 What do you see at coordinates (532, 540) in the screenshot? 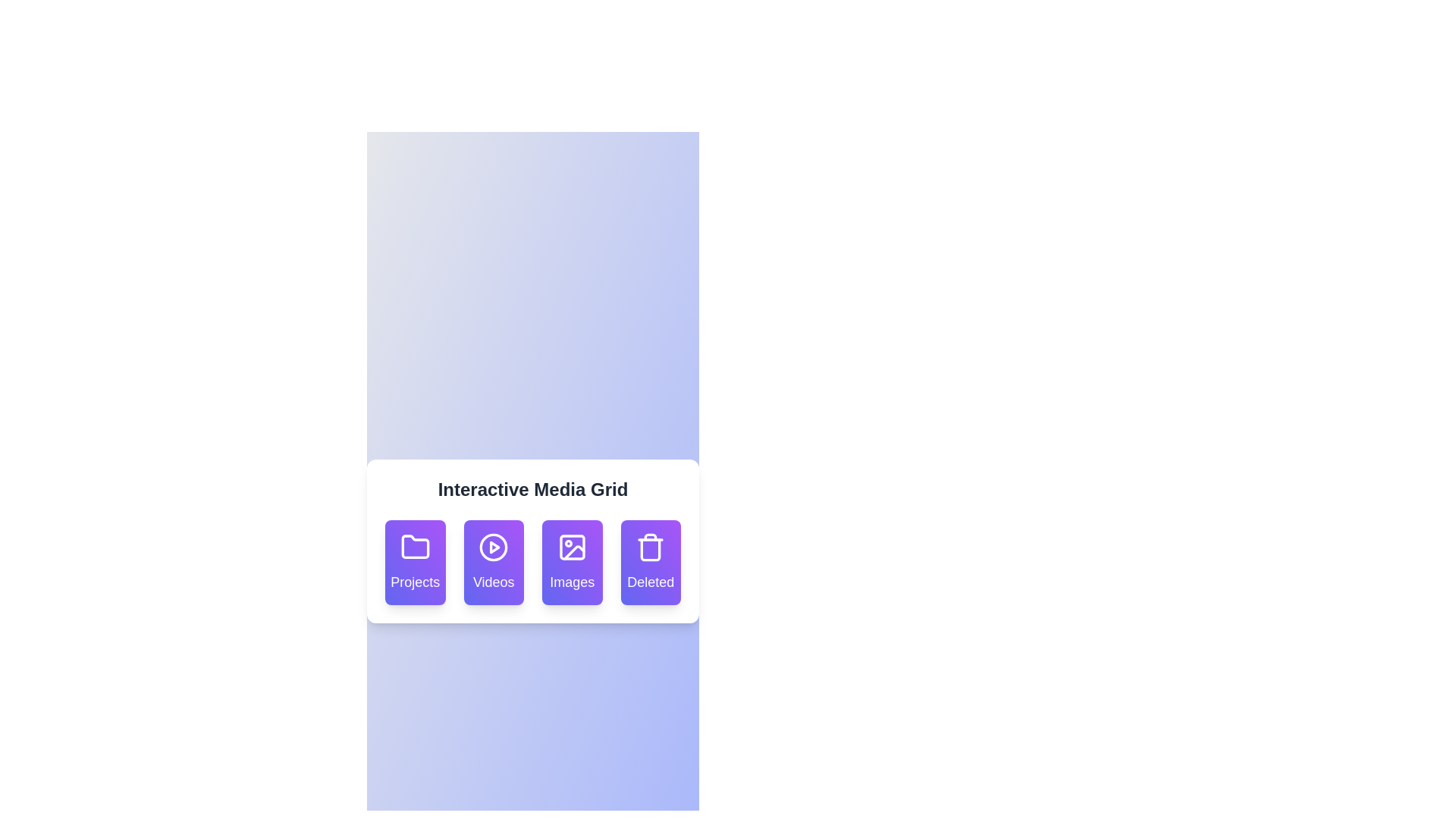
I see `the 'Interactive Media Grid' panel` at bounding box center [532, 540].